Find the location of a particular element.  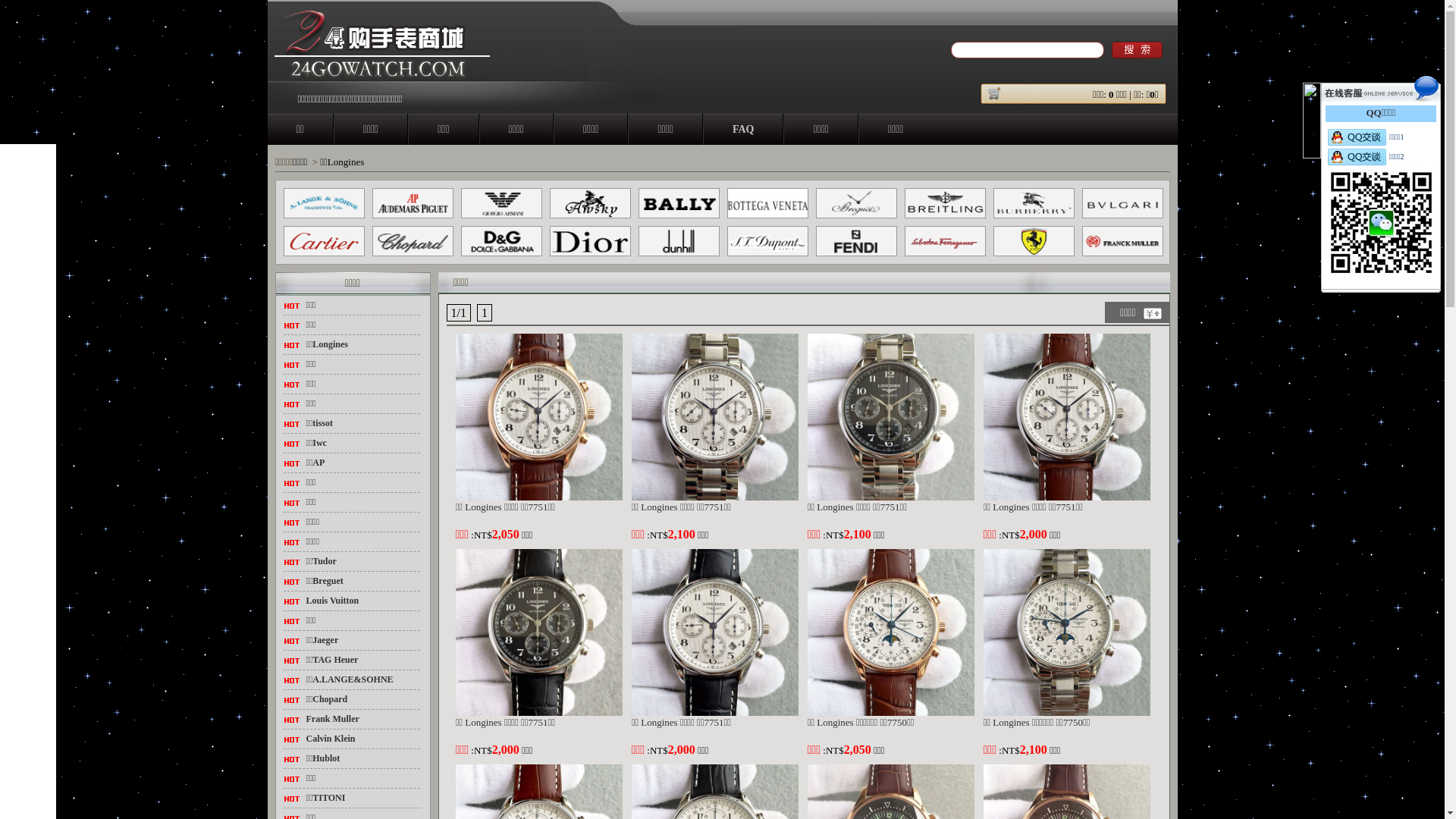

'1/1' is located at coordinates (457, 312).